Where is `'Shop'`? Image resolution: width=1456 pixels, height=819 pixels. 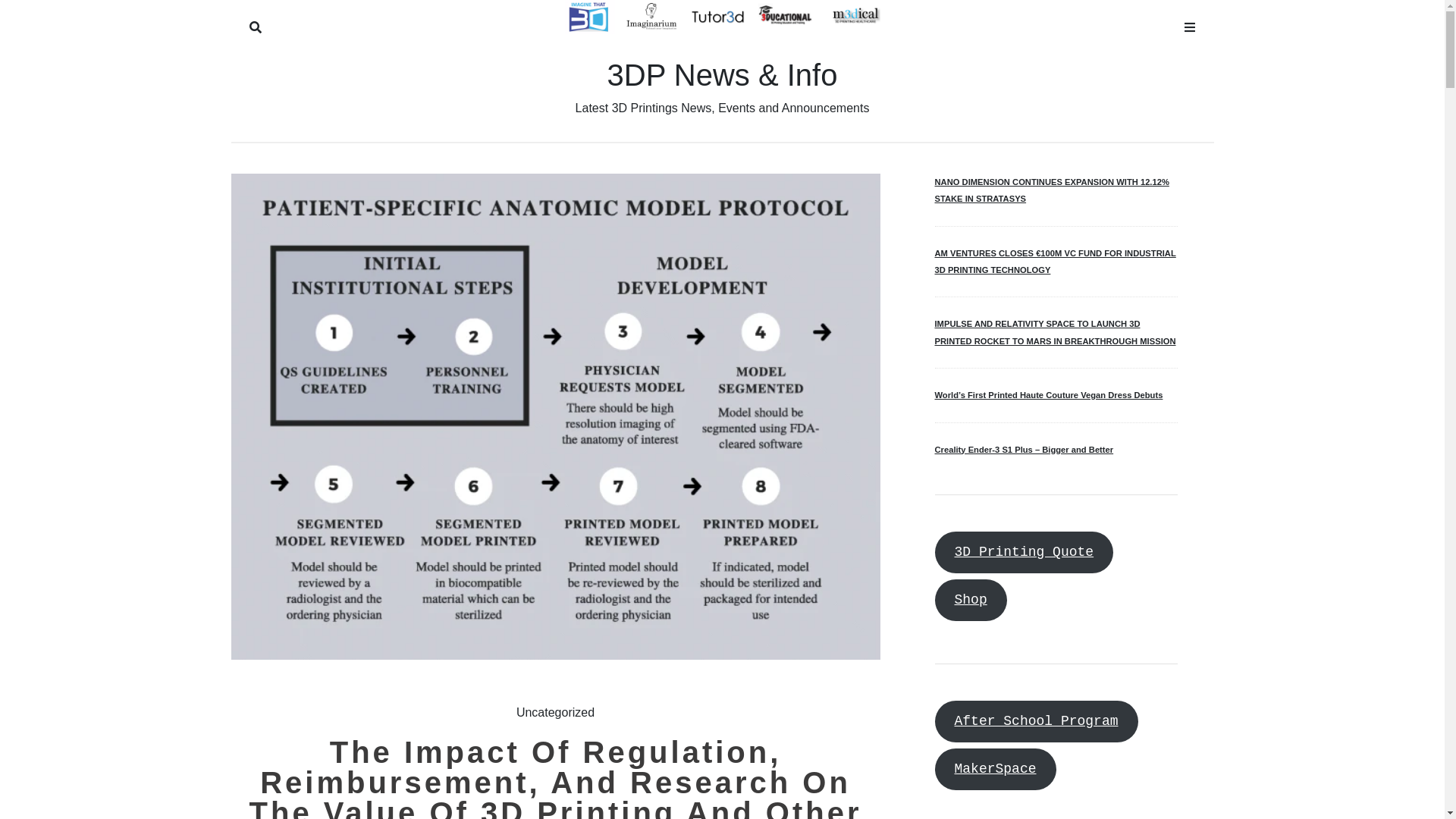
'Shop' is located at coordinates (969, 599).